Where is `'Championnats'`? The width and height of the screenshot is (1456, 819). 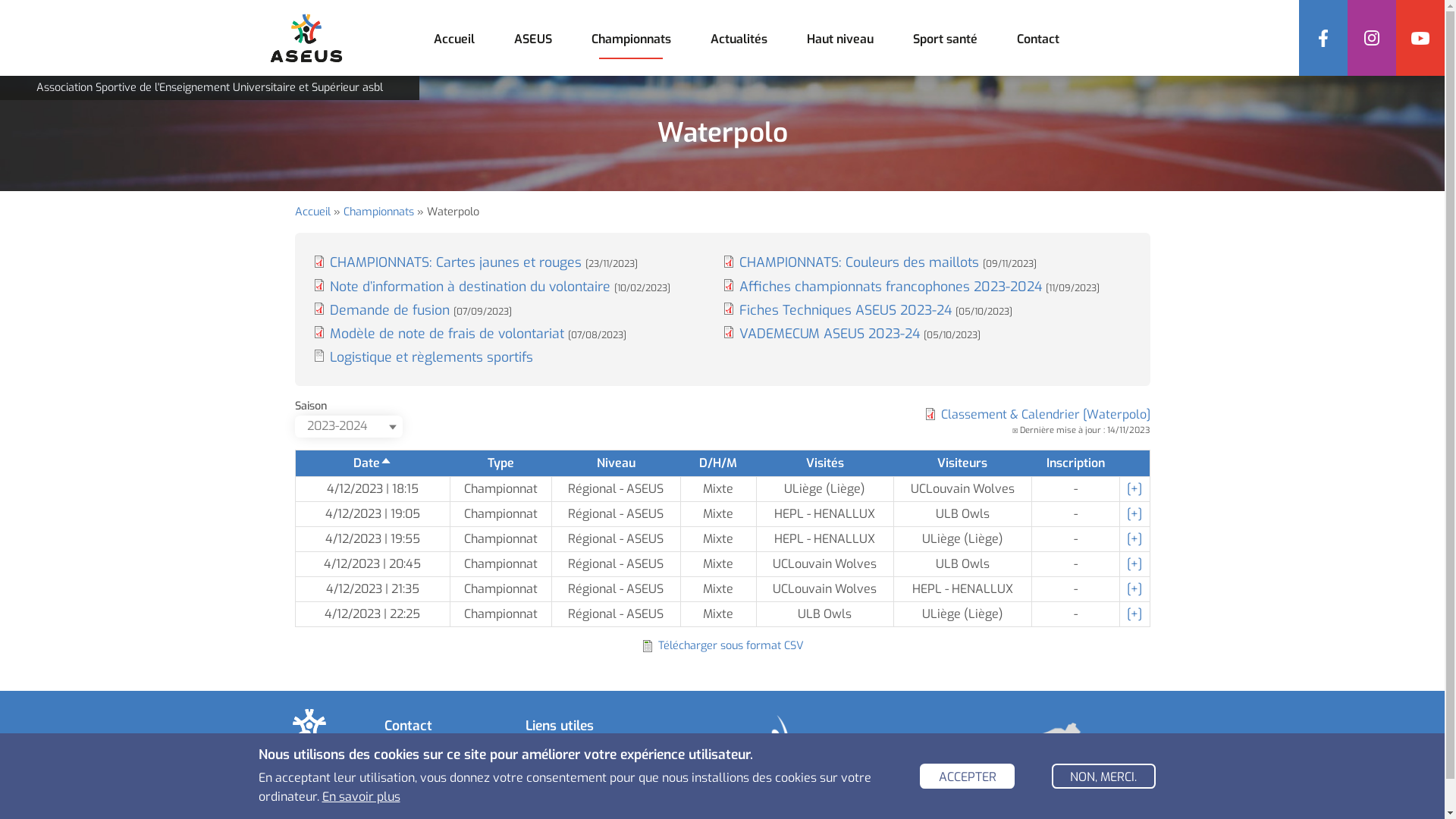
'Championnats' is located at coordinates (378, 212).